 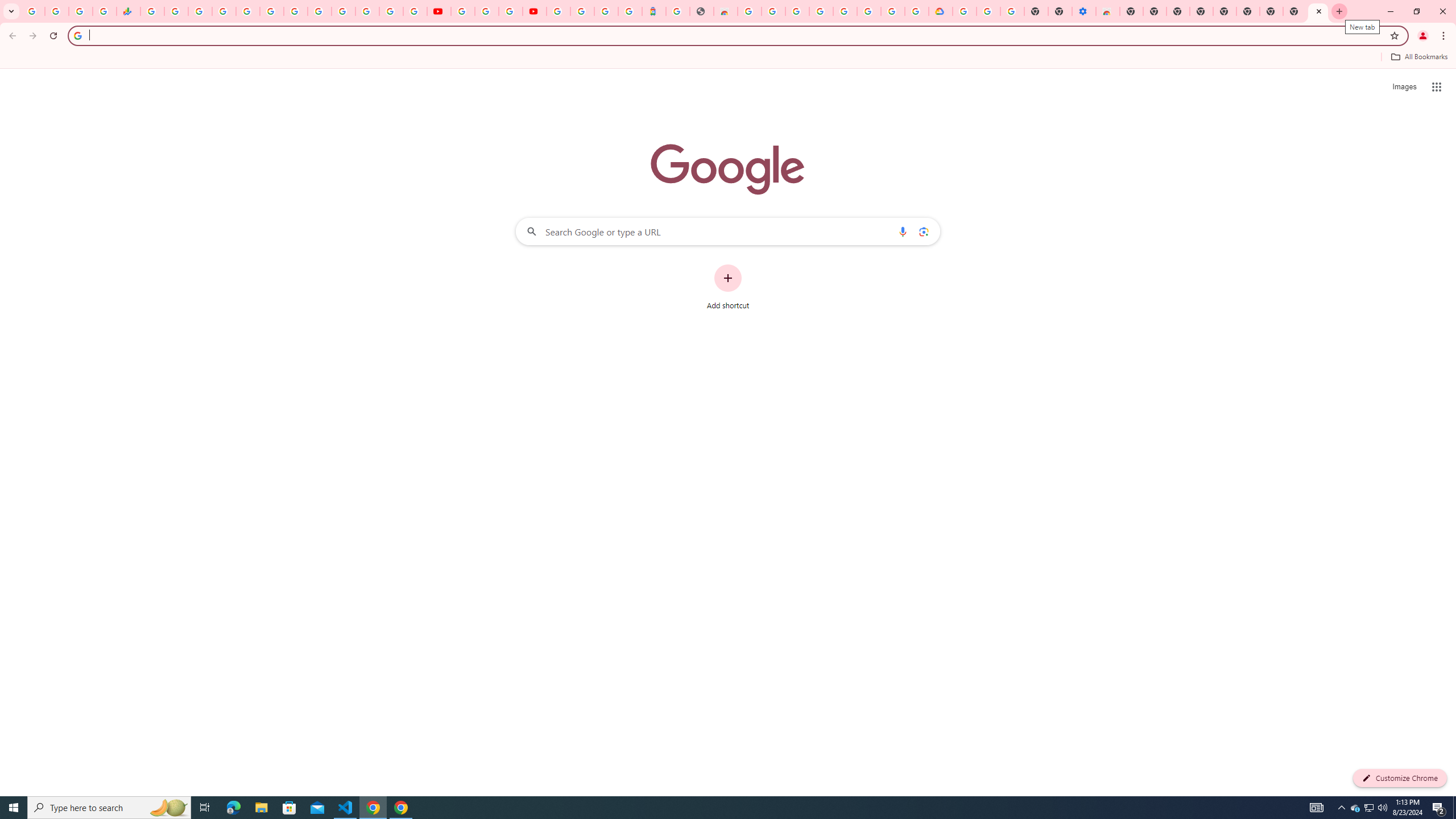 I want to click on 'Ad Settings', so click(x=797, y=11).